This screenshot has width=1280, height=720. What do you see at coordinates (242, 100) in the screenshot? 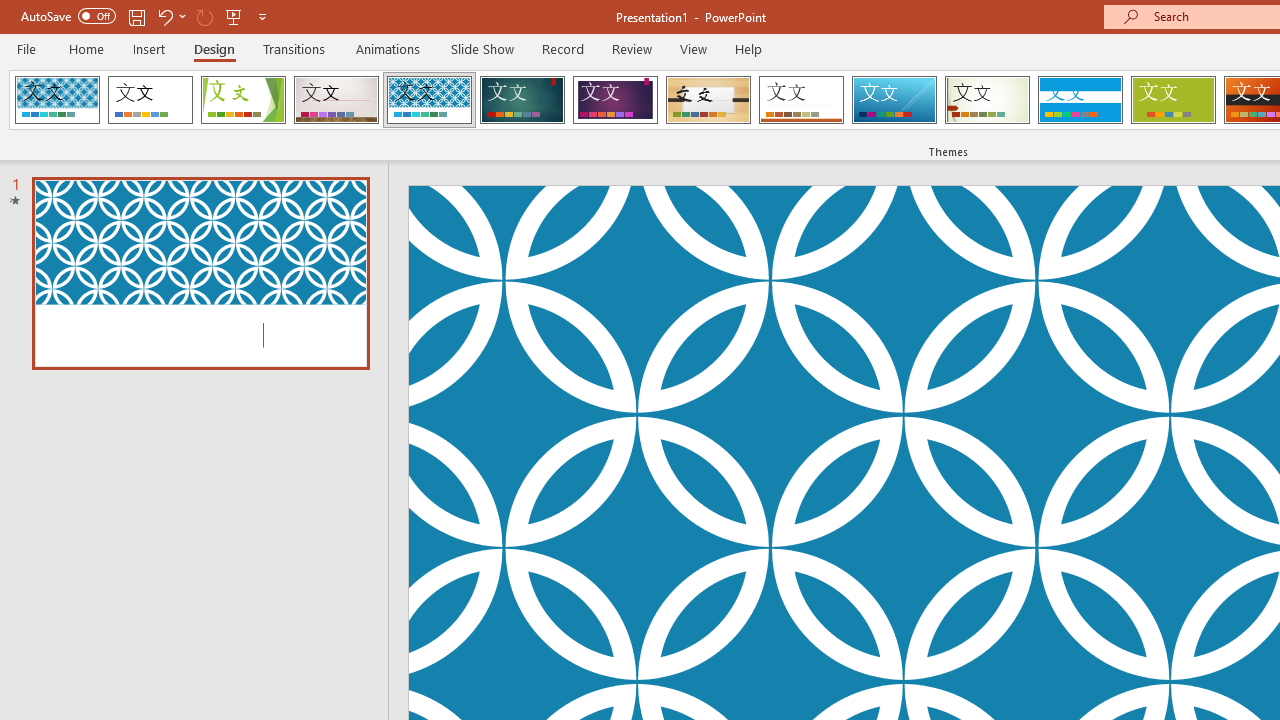
I see `'Facet'` at bounding box center [242, 100].